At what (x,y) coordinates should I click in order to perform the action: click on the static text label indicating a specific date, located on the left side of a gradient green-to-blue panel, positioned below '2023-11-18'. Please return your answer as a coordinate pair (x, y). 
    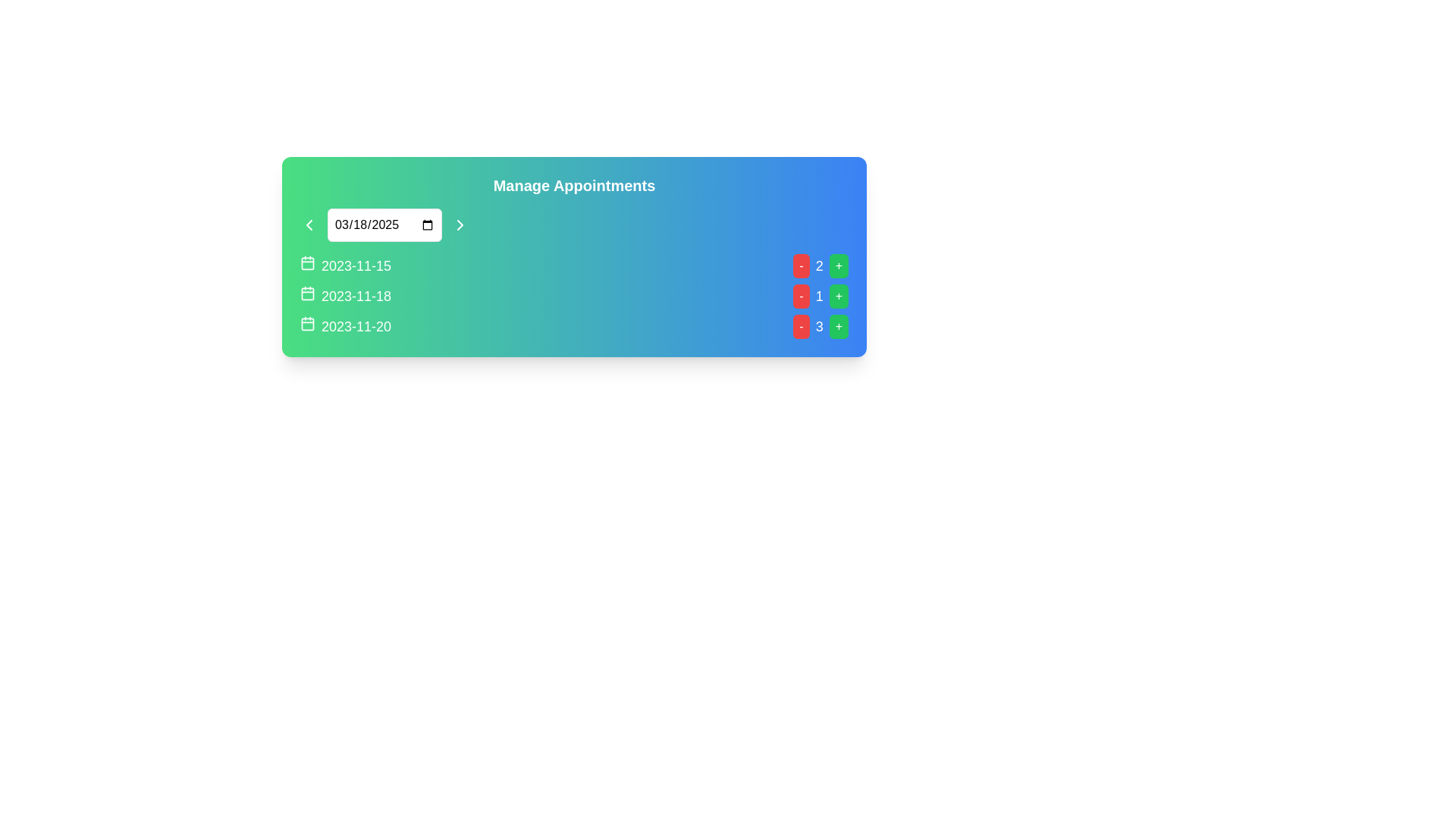
    Looking at the image, I should click on (356, 326).